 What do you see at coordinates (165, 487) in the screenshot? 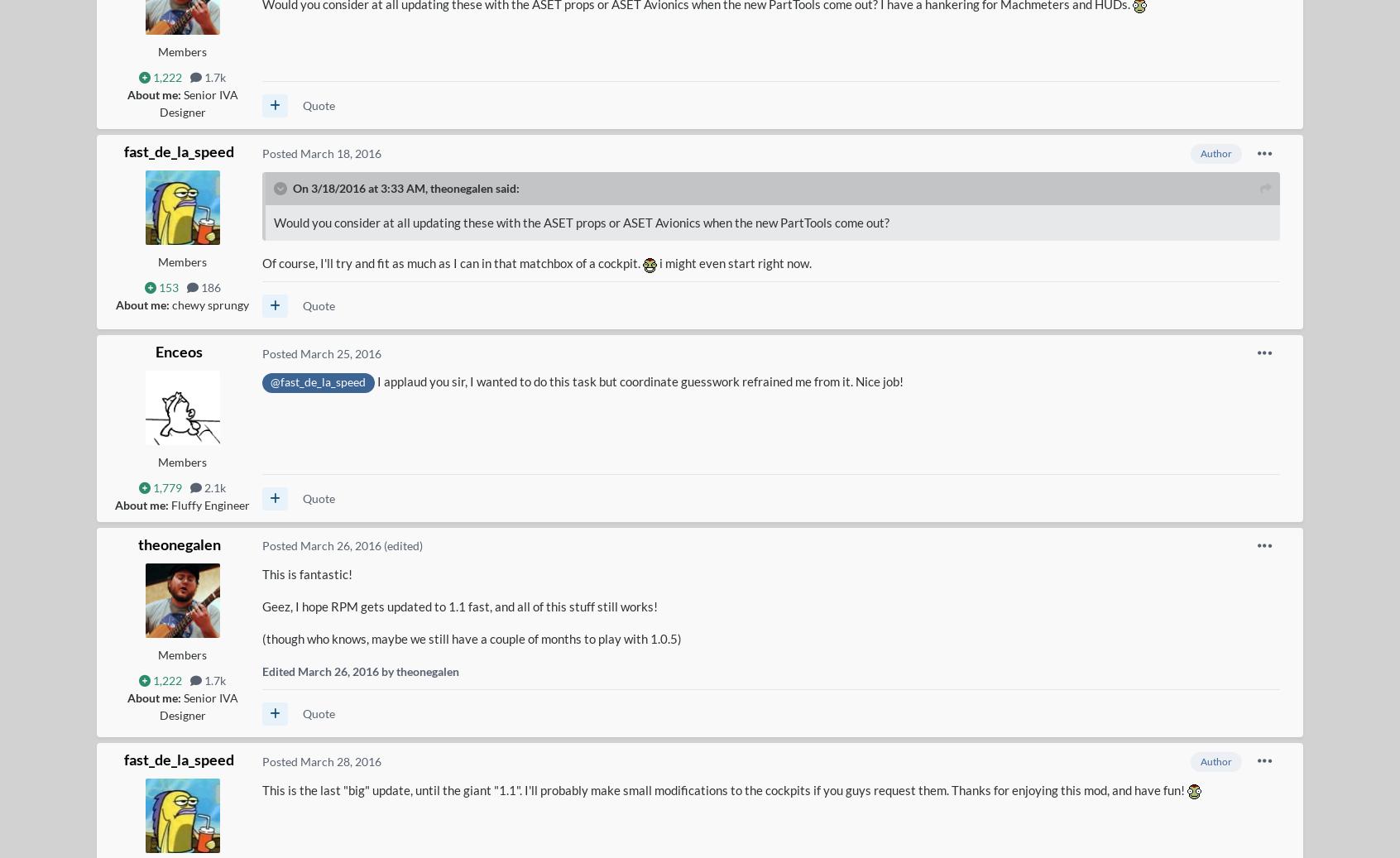
I see `'1,779'` at bounding box center [165, 487].